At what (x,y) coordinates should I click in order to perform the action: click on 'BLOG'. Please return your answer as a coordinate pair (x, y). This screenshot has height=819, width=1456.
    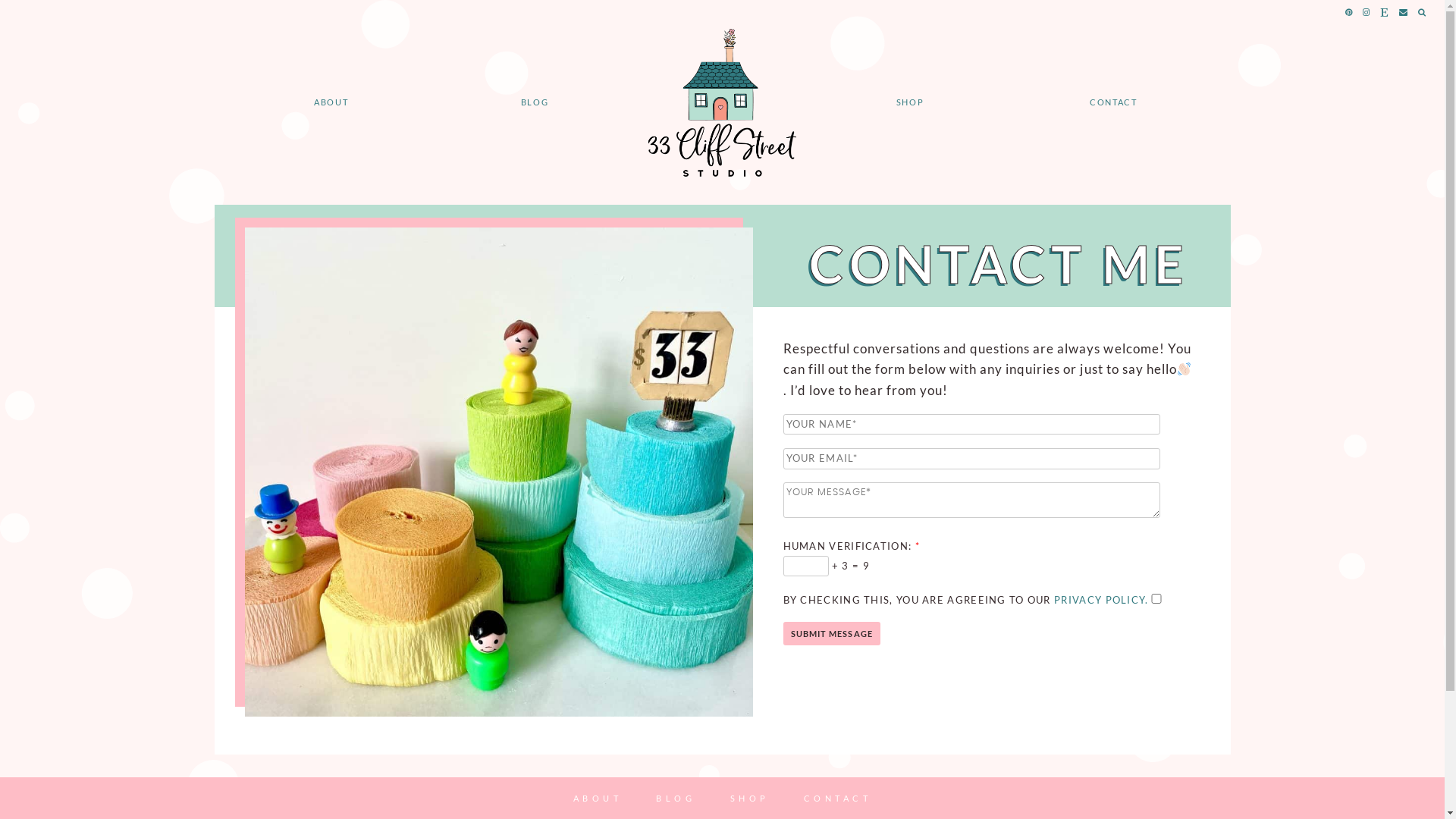
    Looking at the image, I should click on (535, 102).